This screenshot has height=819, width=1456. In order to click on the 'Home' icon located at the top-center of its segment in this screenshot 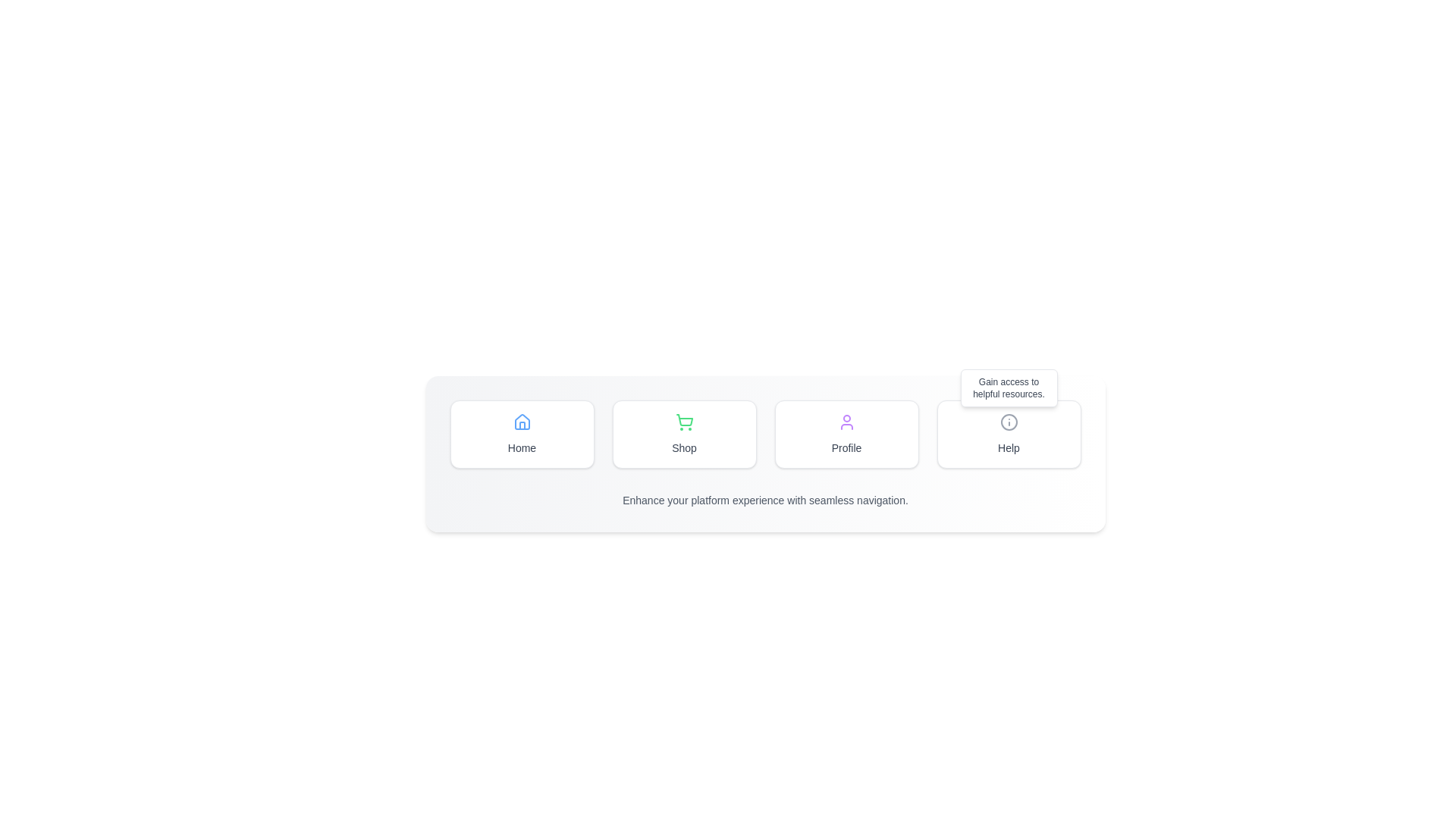, I will do `click(522, 422)`.